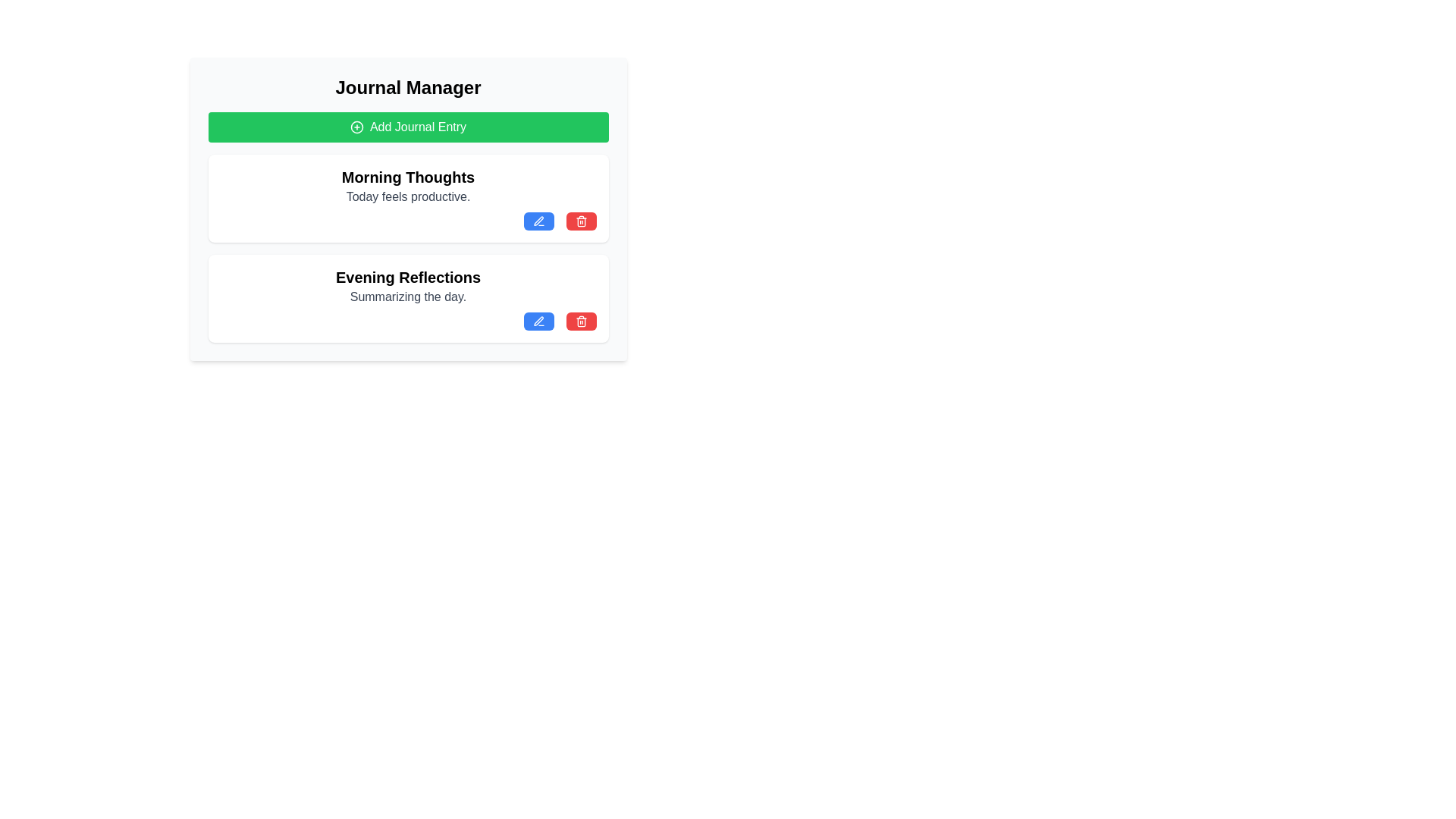 This screenshot has height=819, width=1456. What do you see at coordinates (538, 221) in the screenshot?
I see `the blue edit button located to the right of the 'Morning Thoughts' text for visual feedback` at bounding box center [538, 221].